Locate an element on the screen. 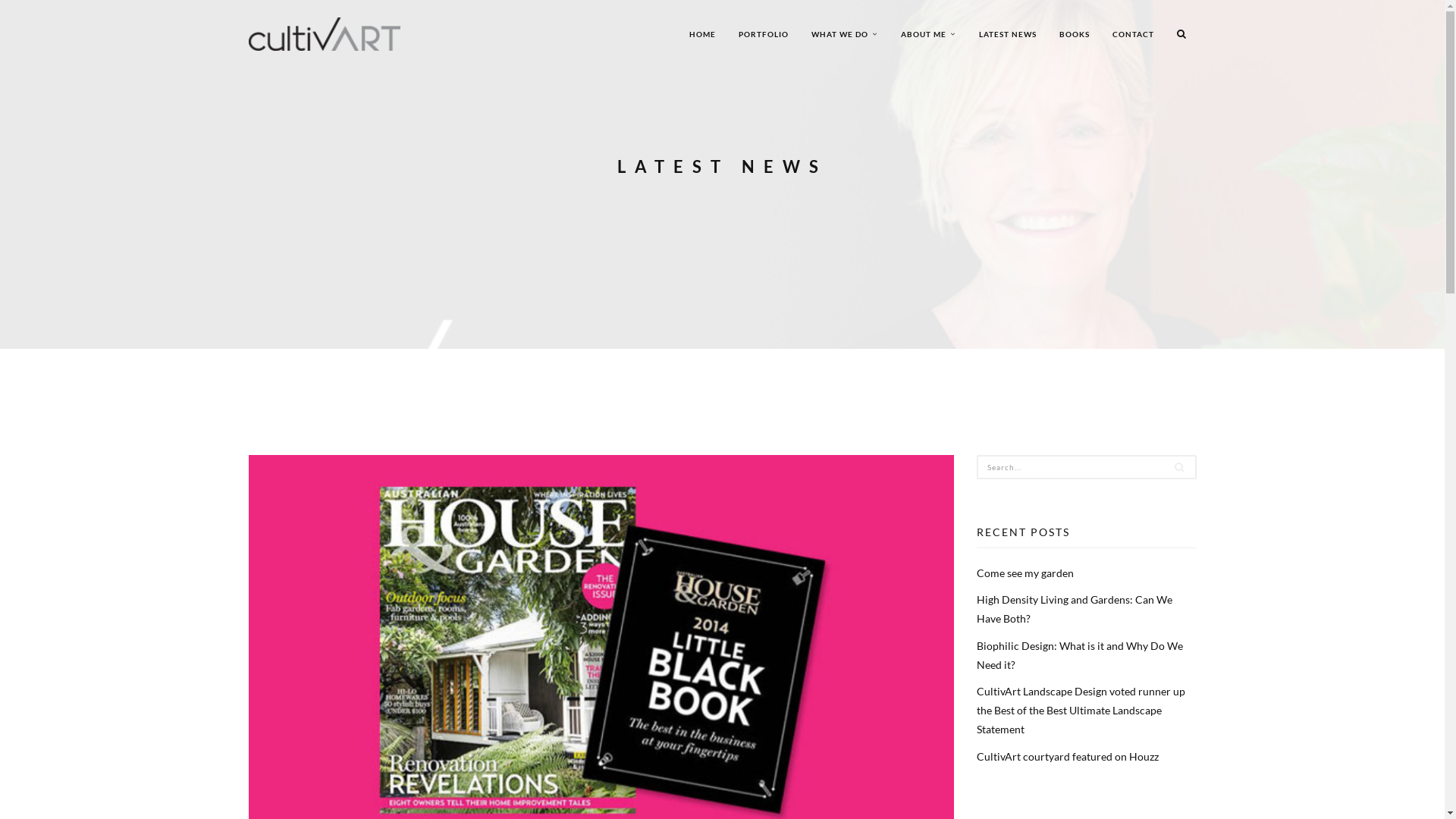 This screenshot has width=1456, height=819. 'CONTACT' is located at coordinates (1100, 34).